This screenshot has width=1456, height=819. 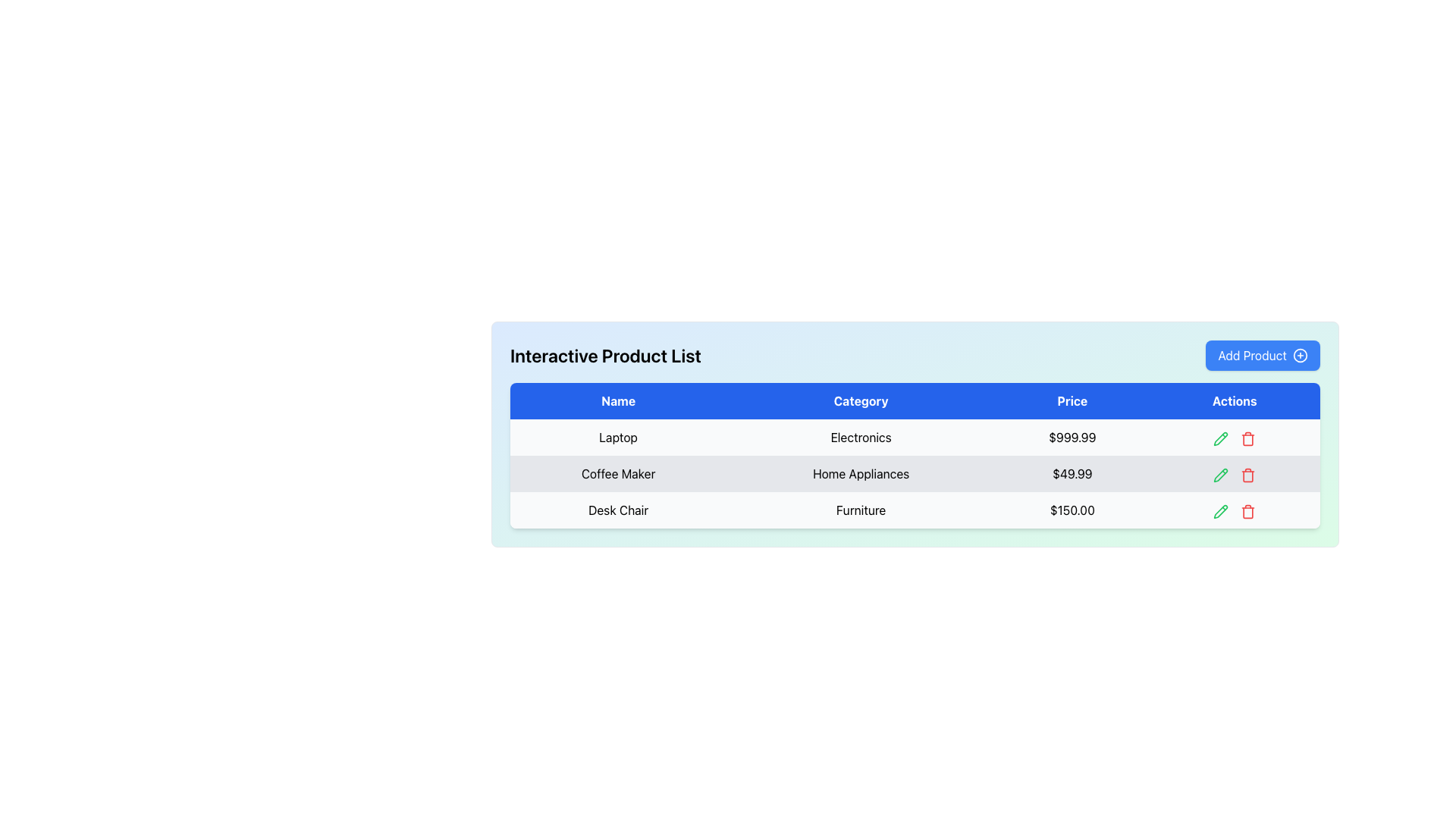 I want to click on the green pencil icon in the rightmost 'Actions' column of the first row, so click(x=1221, y=438).